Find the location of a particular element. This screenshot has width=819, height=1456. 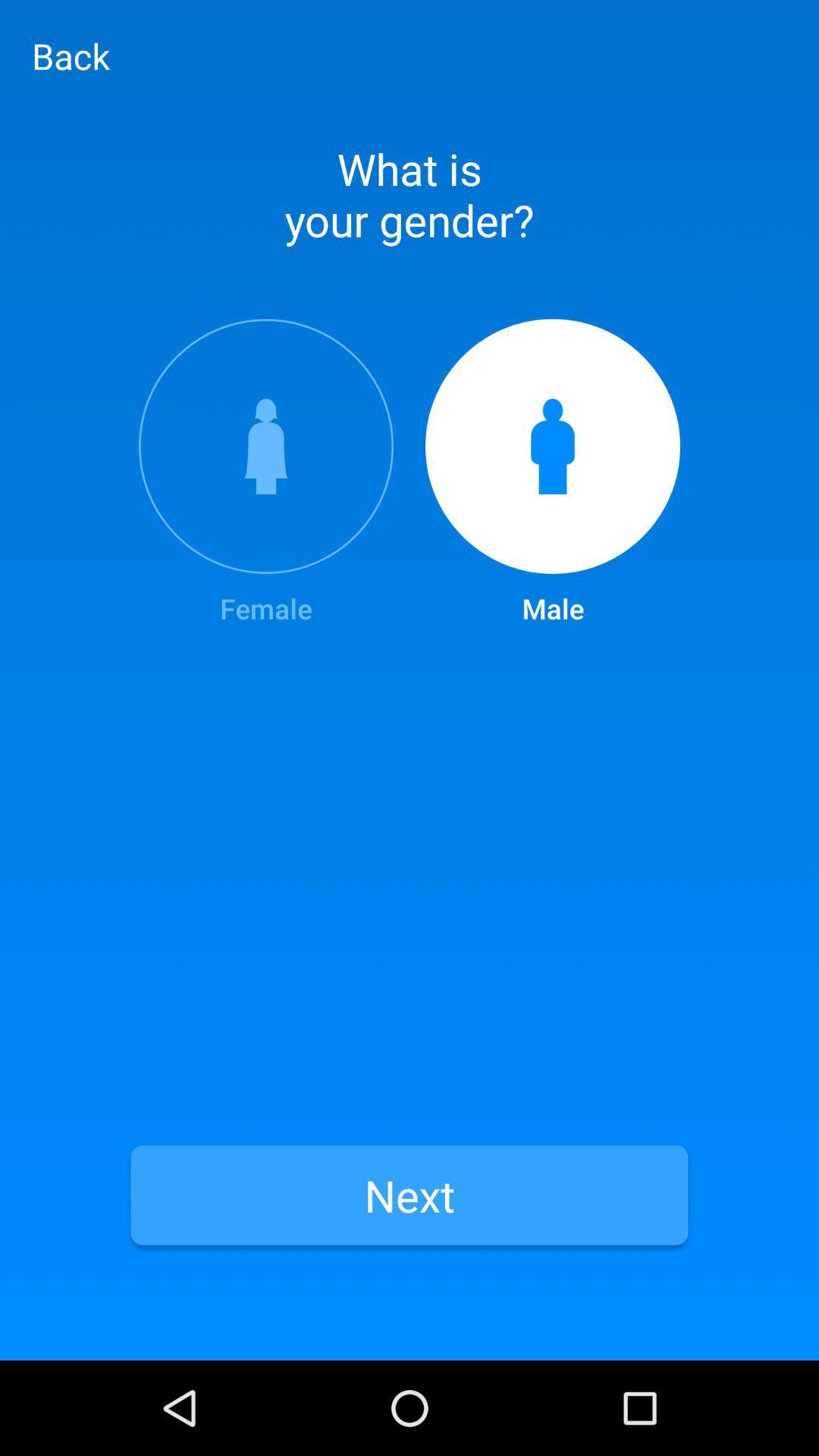

icon above the next item is located at coordinates (265, 472).